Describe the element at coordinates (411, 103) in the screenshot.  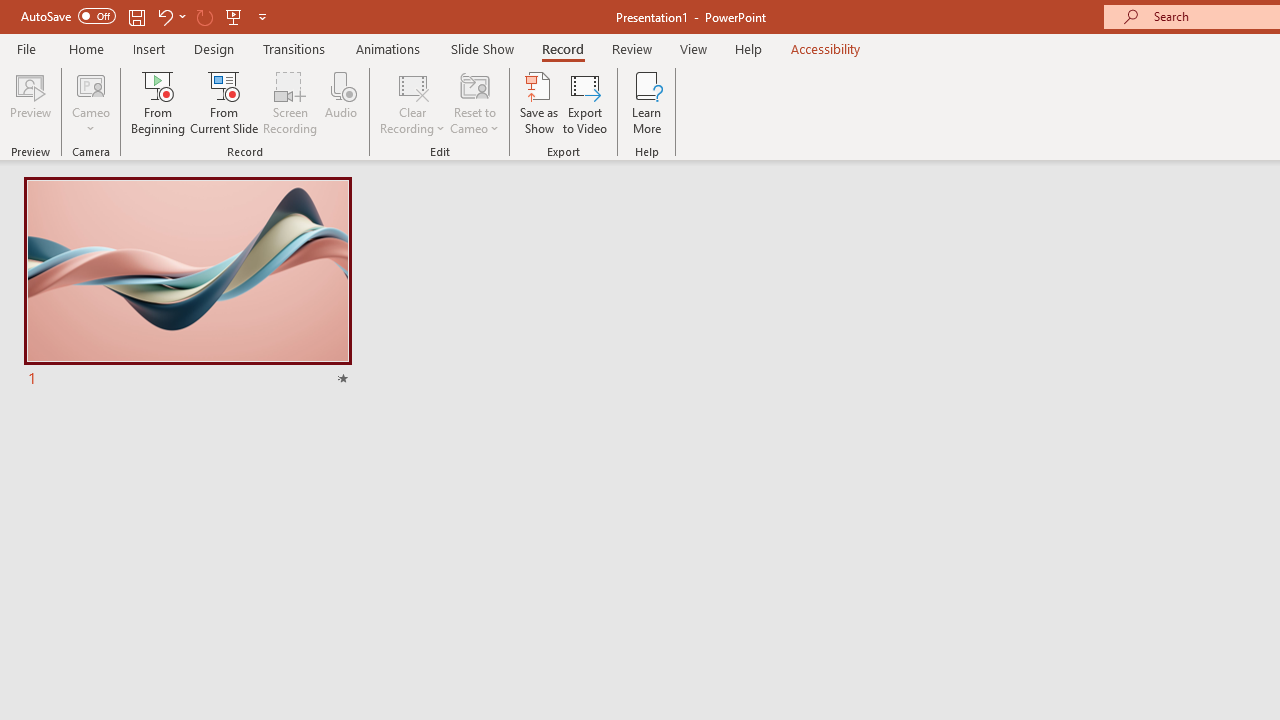
I see `'Clear Recording'` at that location.